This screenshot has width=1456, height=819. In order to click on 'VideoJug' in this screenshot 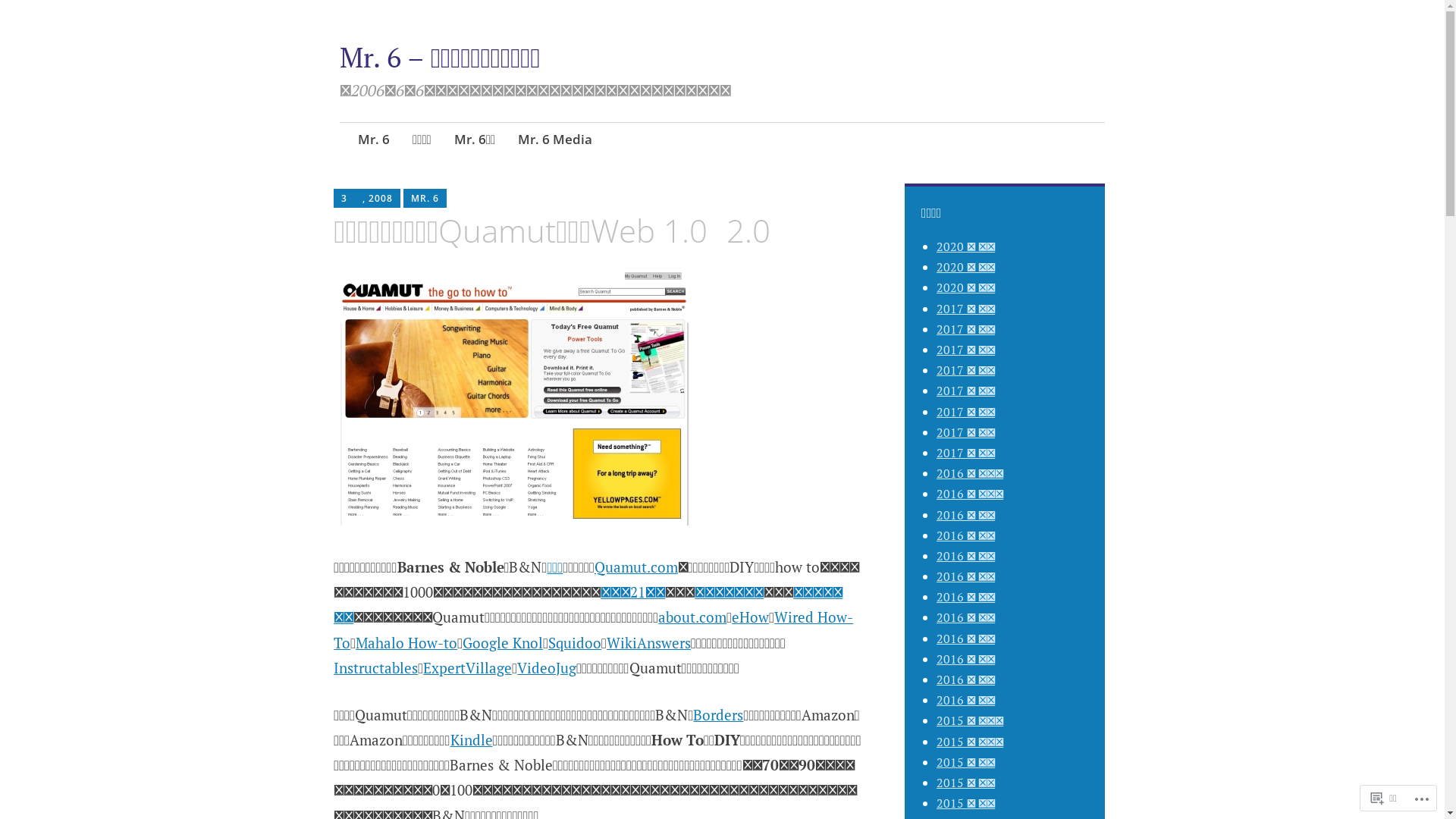, I will do `click(546, 667)`.